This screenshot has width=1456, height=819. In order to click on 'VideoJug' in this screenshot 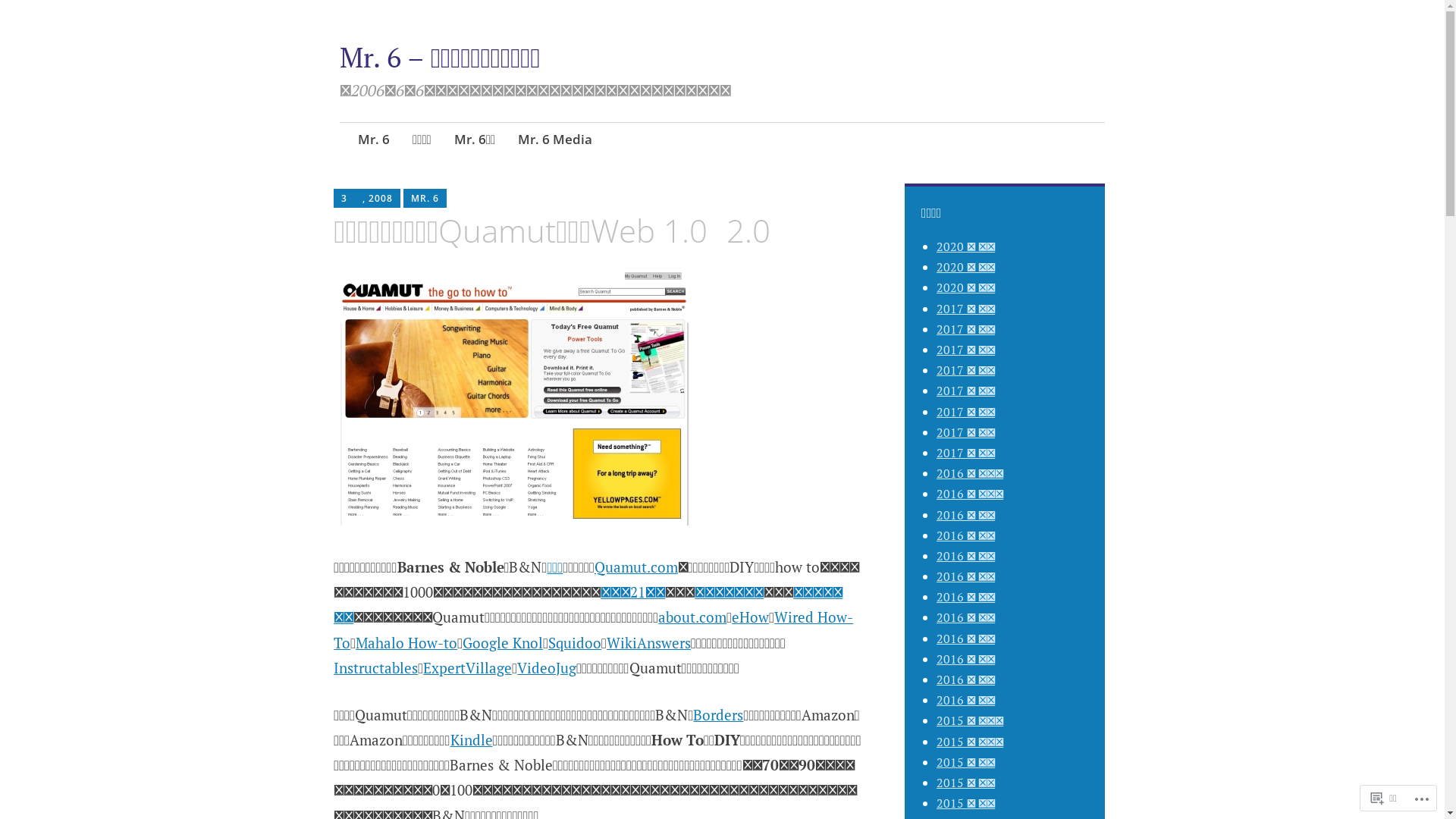, I will do `click(546, 667)`.